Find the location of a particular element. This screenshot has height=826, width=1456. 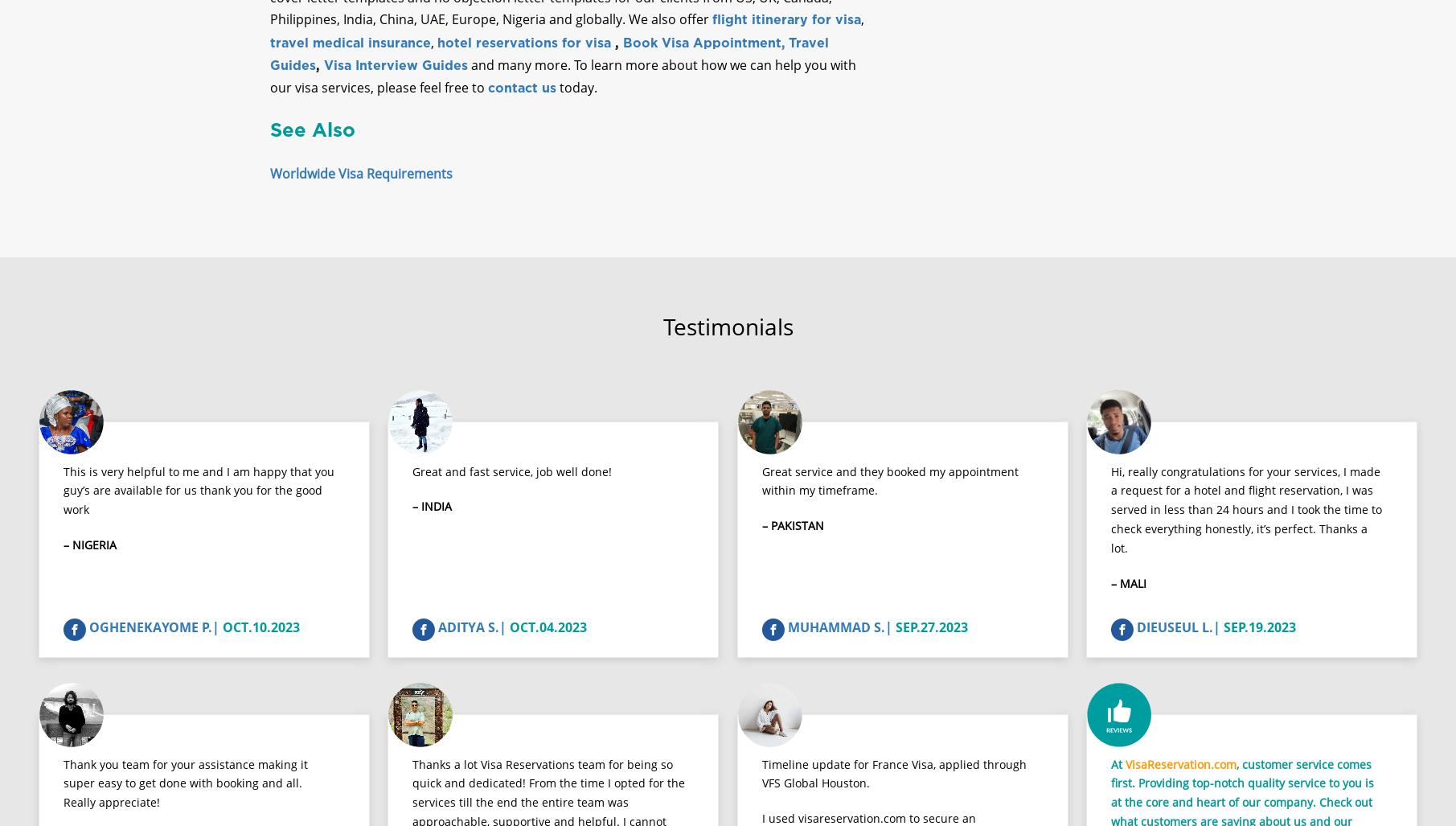

'MUHAMMAD S.|' is located at coordinates (786, 639).